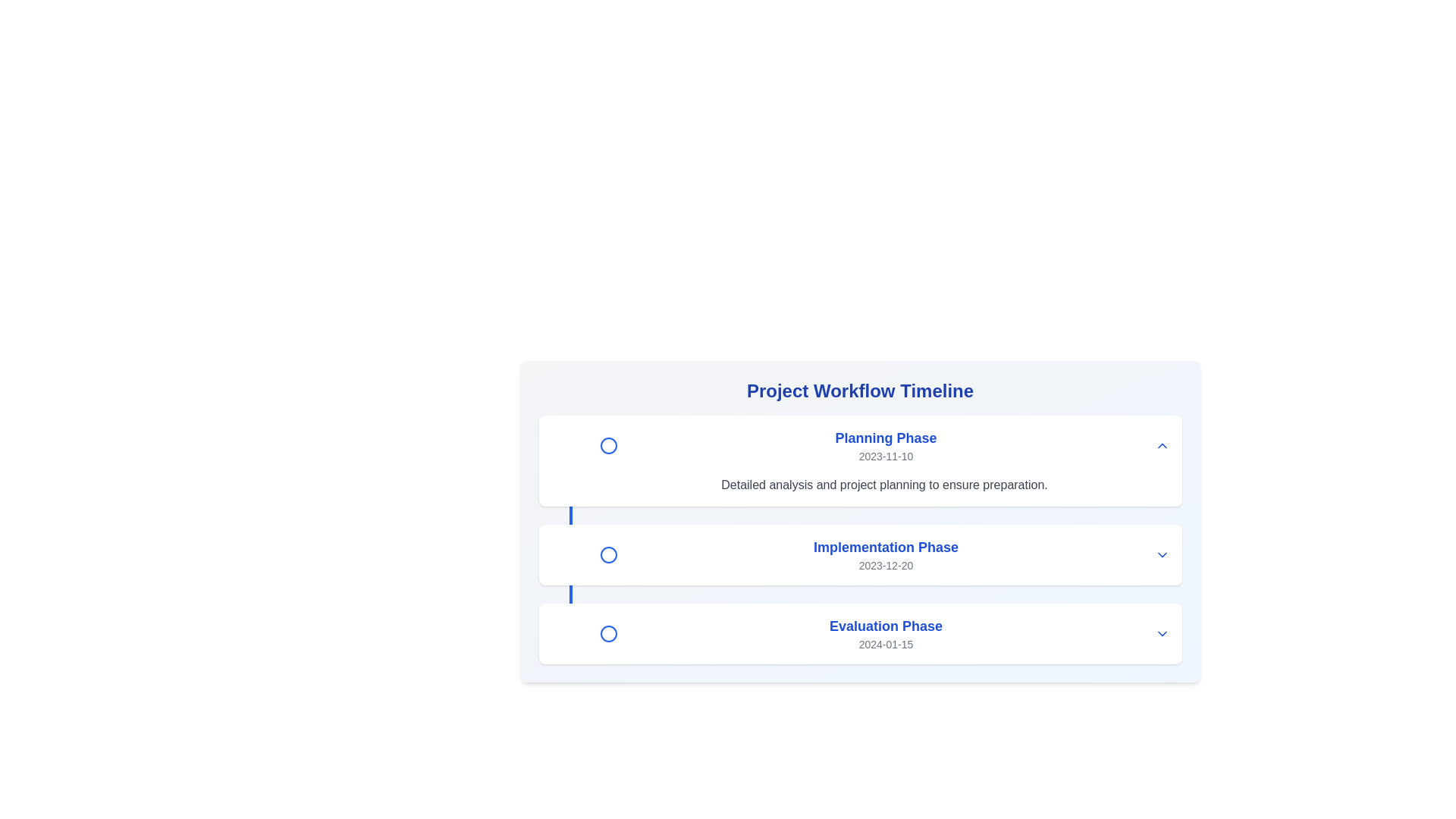 This screenshot has width=1456, height=819. What do you see at coordinates (608, 555) in the screenshot?
I see `the second circular graphical icon in the vertical timeline layout, which indicates the 'Implementation Phase' dated '2023-12-20'` at bounding box center [608, 555].